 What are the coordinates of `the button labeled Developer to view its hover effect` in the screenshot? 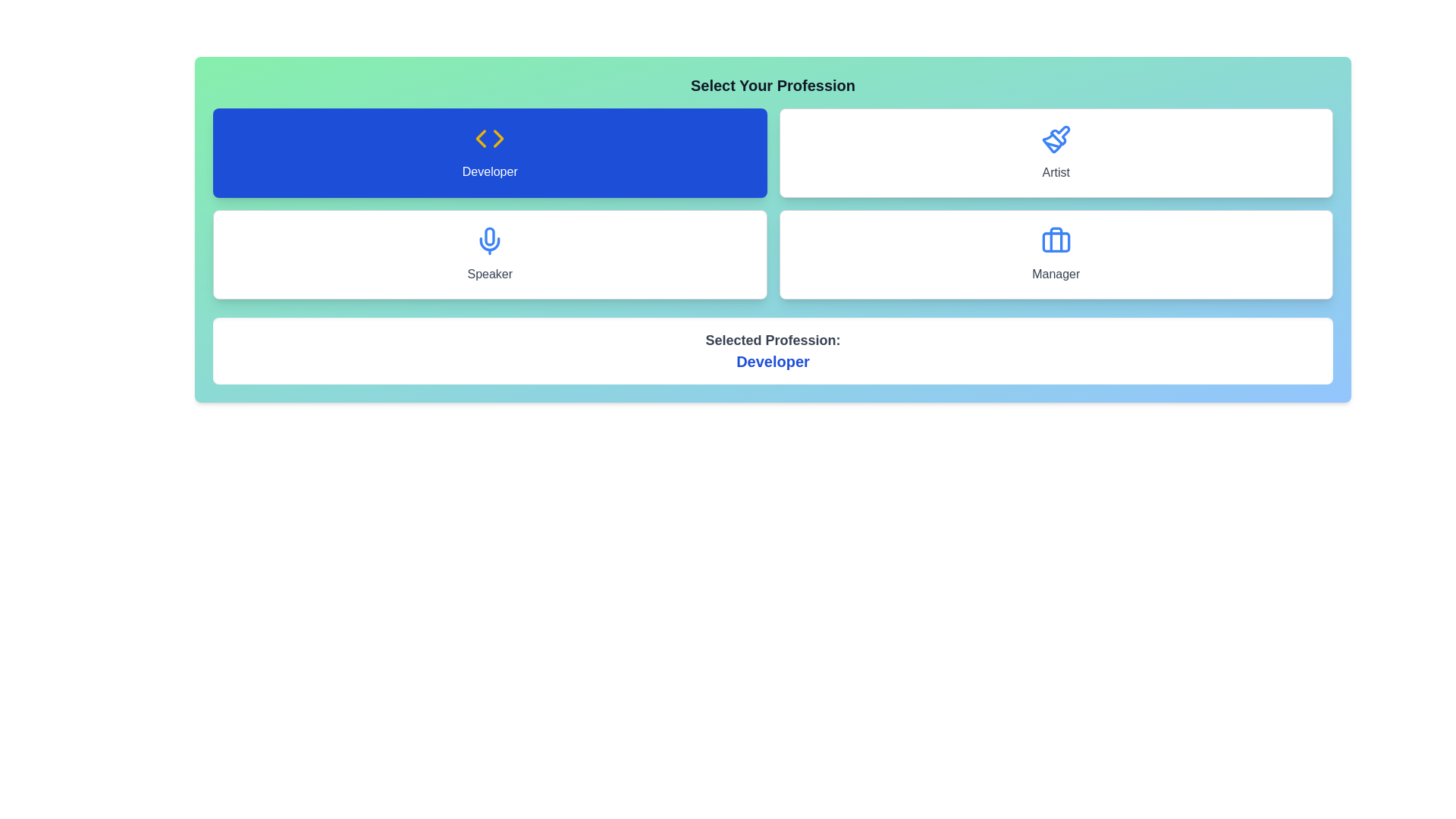 It's located at (490, 152).